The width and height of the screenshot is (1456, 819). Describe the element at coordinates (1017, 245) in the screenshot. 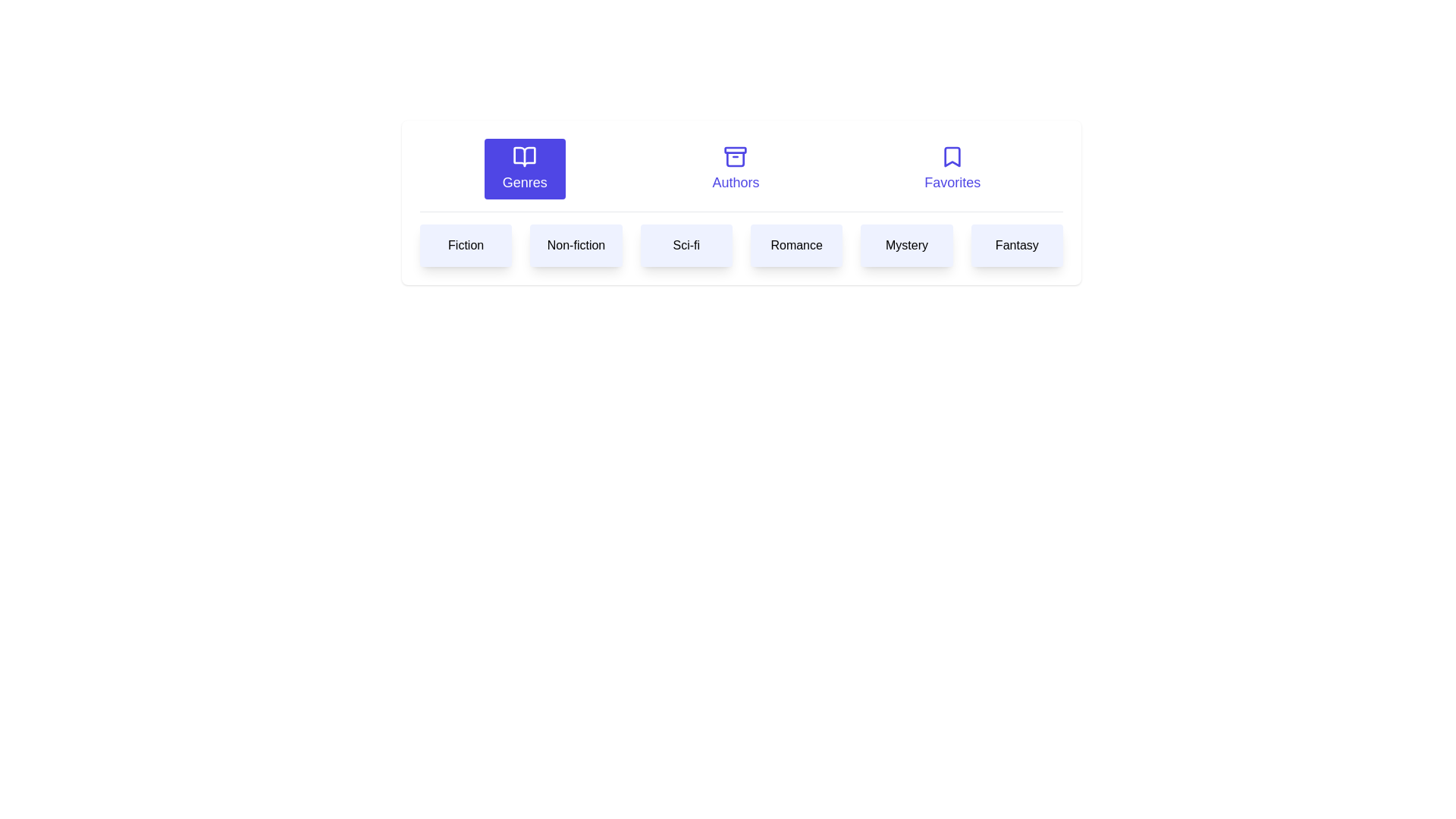

I see `the genre tile labeled Fantasy` at that location.